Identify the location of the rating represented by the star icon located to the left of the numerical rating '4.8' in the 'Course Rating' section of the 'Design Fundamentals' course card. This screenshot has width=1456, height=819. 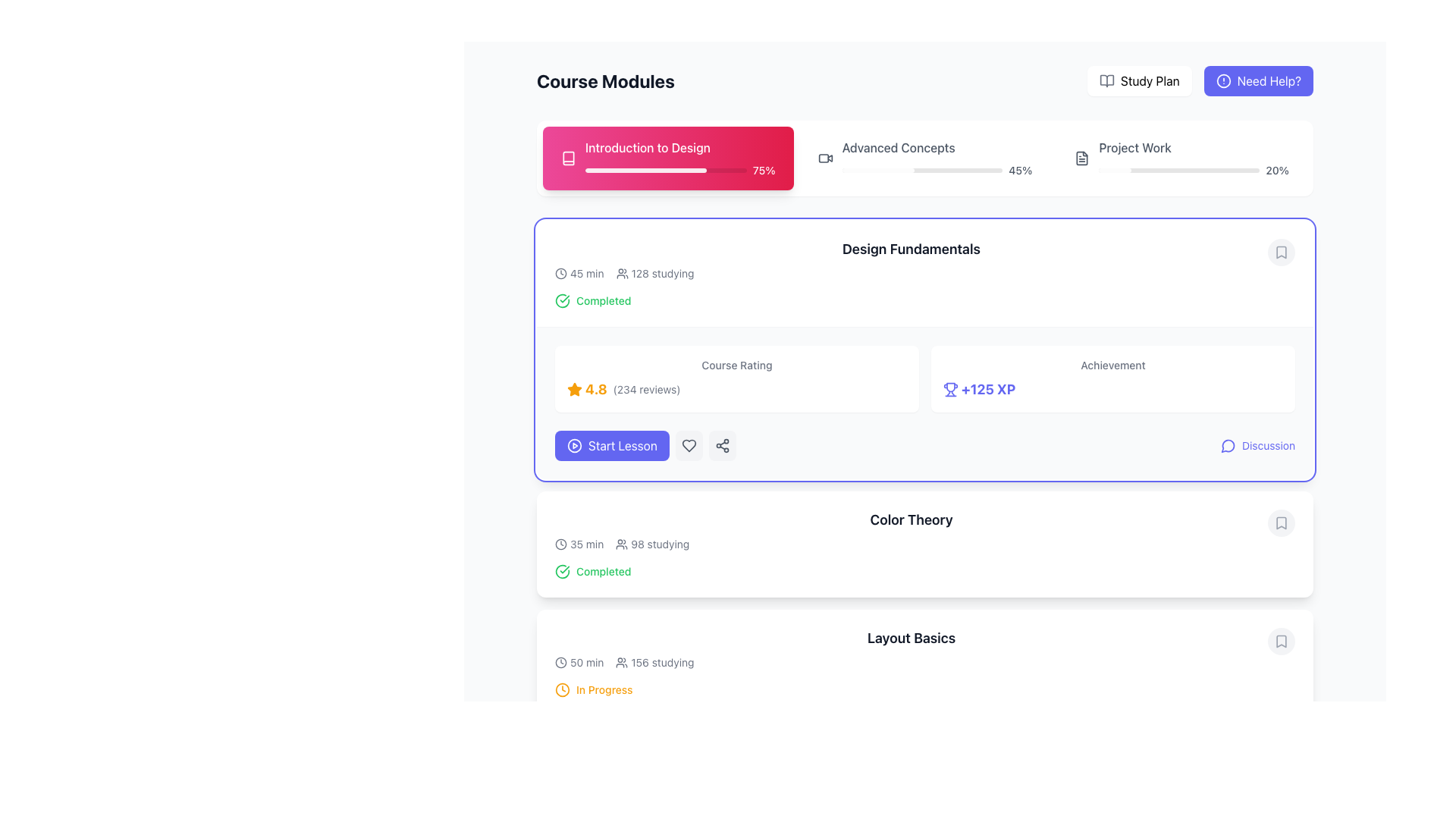
(574, 388).